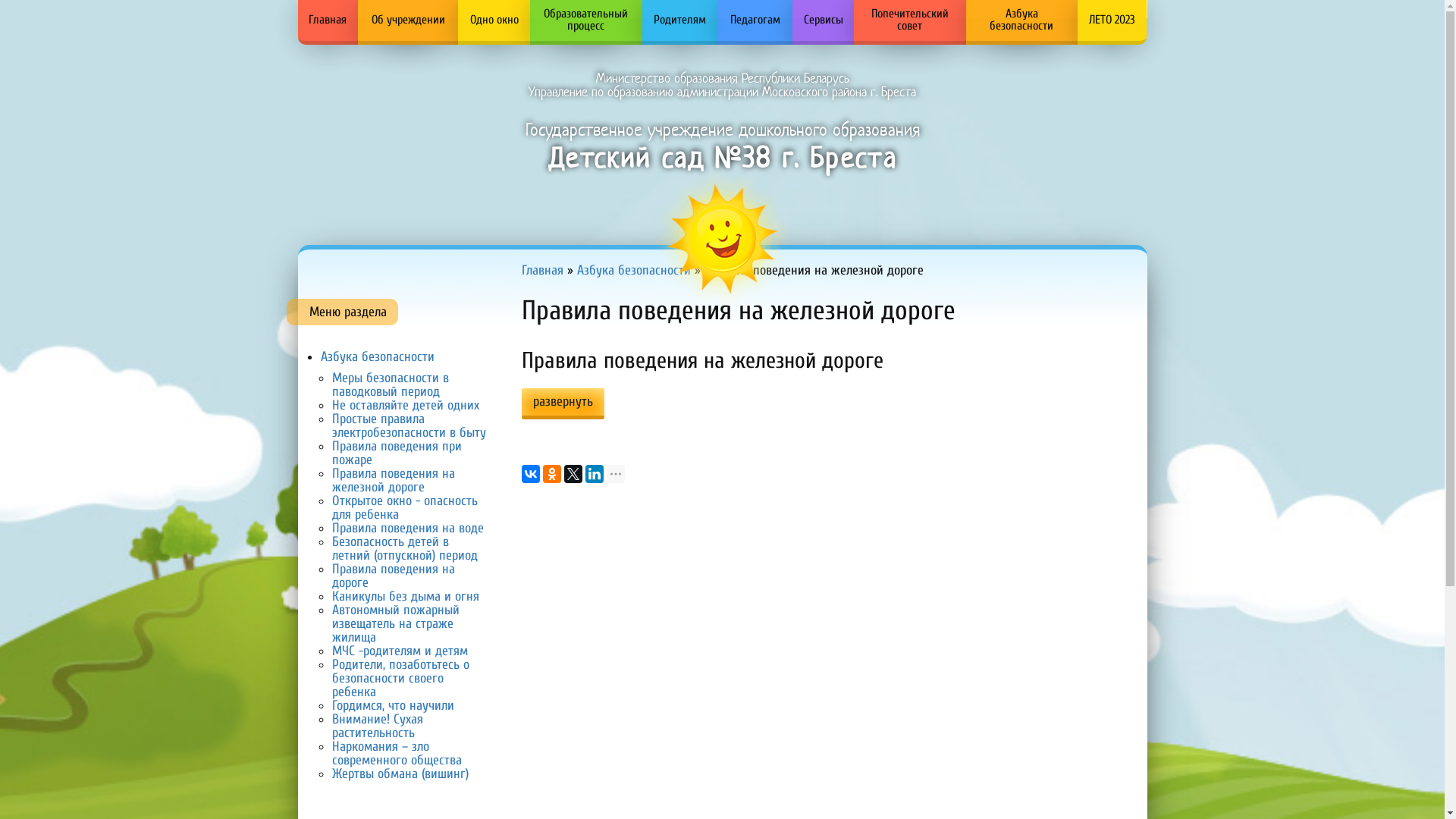  What do you see at coordinates (573, 472) in the screenshot?
I see `'Twitter'` at bounding box center [573, 472].